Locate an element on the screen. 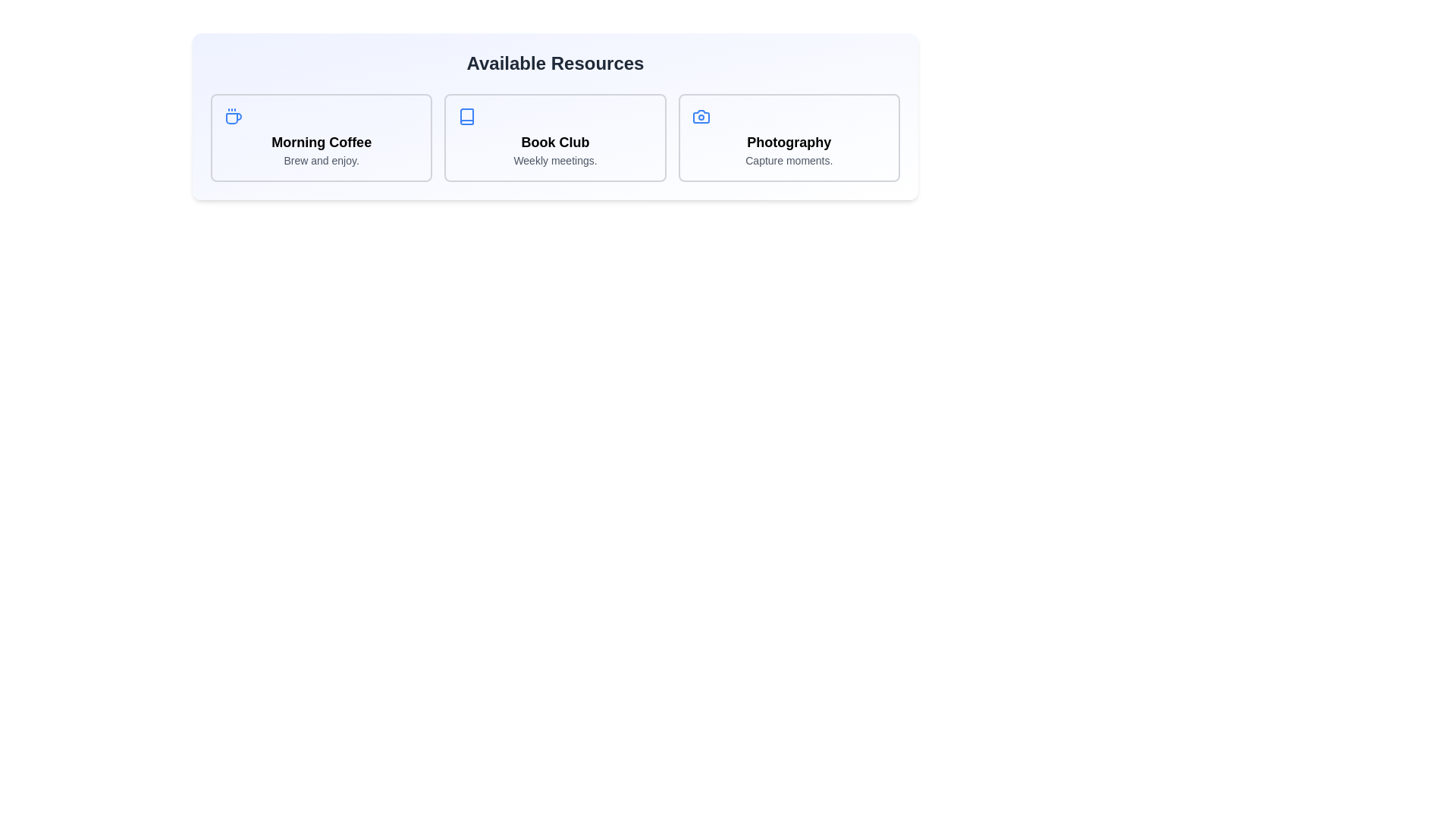 This screenshot has height=819, width=1456. the resource card titled 'Photography' to view its highlight effect is located at coordinates (789, 137).